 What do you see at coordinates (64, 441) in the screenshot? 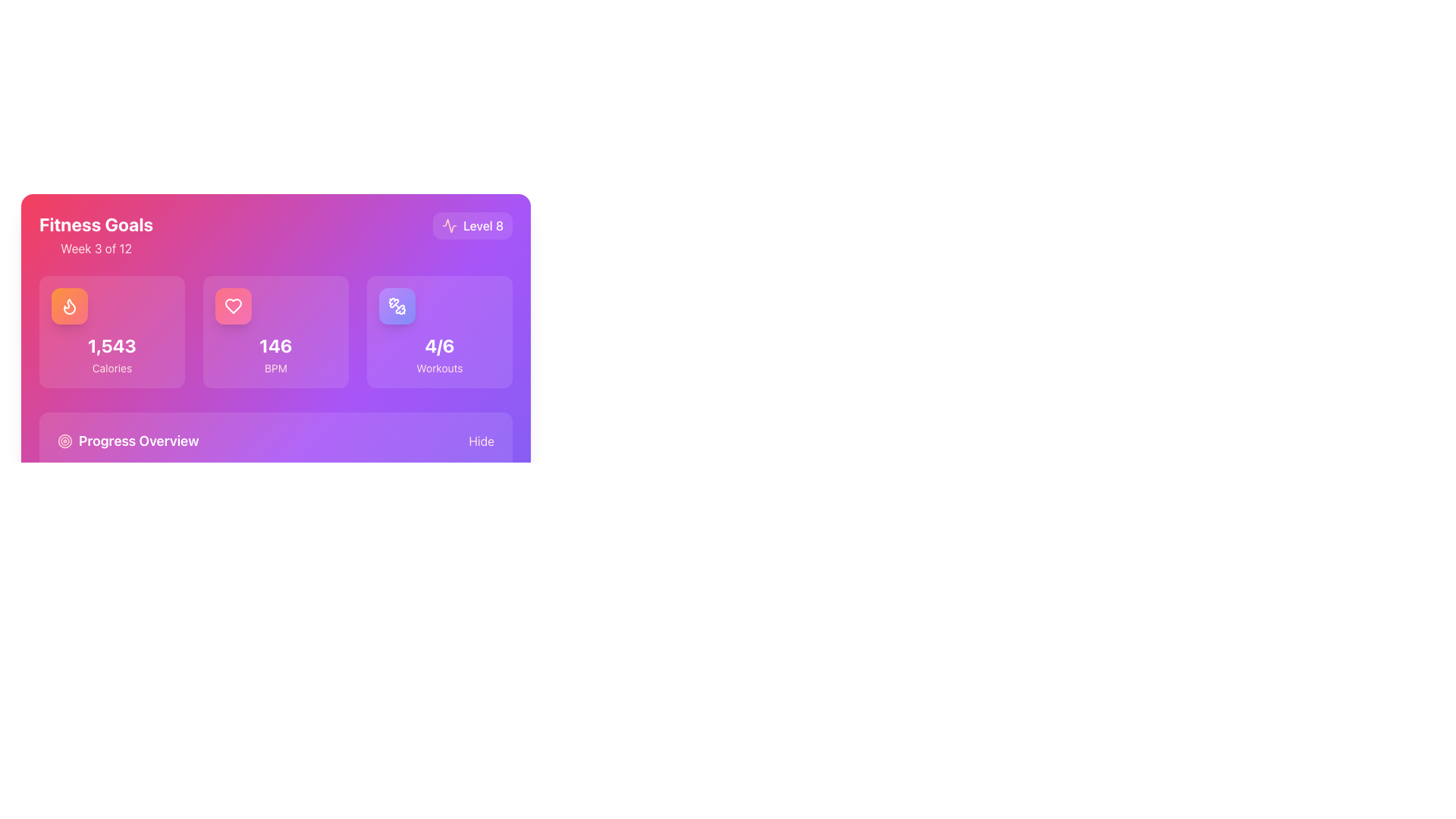
I see `the icon located to the left of the text 'Progress Overview' in the lower section of the card interface` at bounding box center [64, 441].